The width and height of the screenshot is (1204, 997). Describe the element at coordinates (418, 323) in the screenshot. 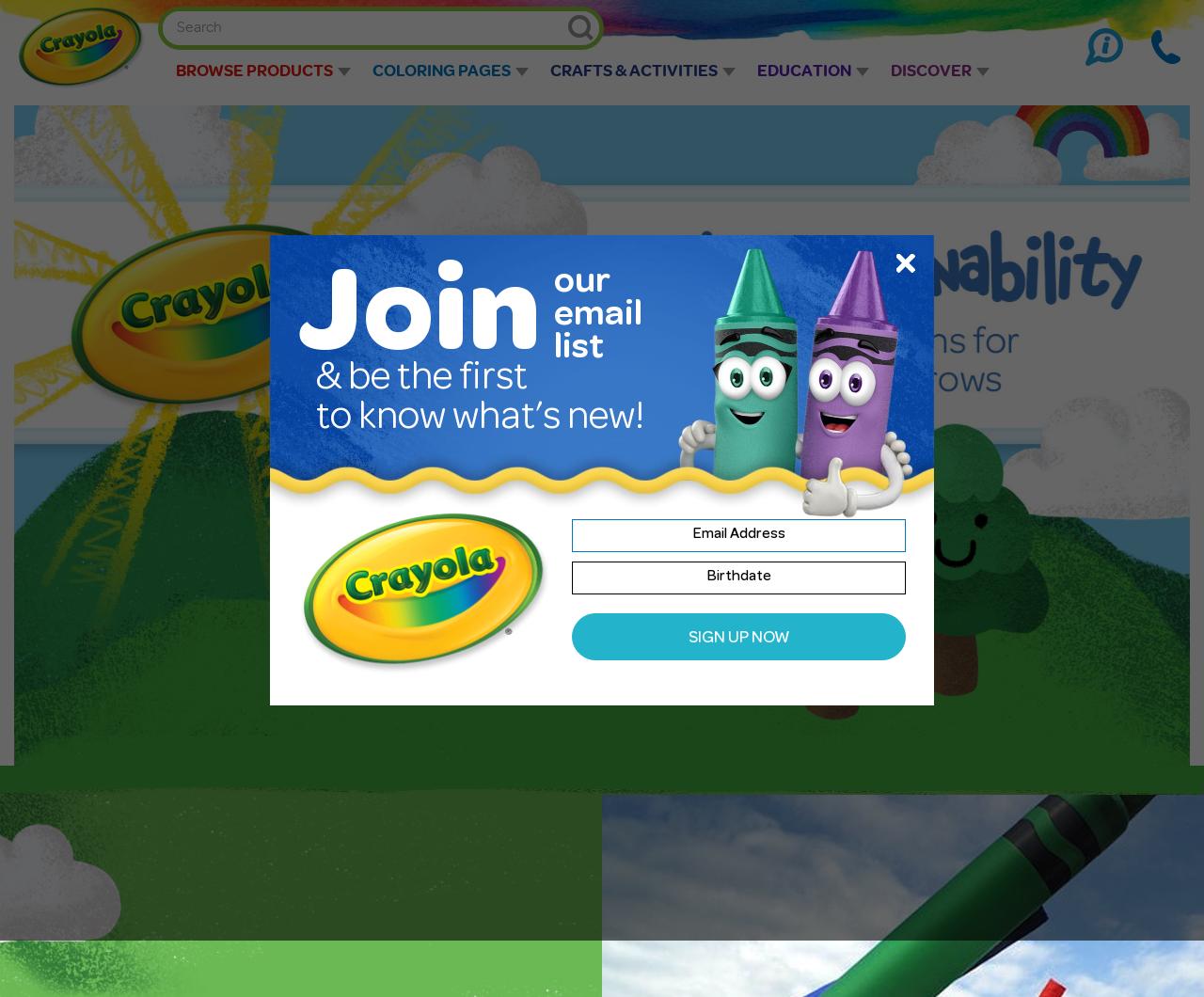

I see `'Join'` at that location.